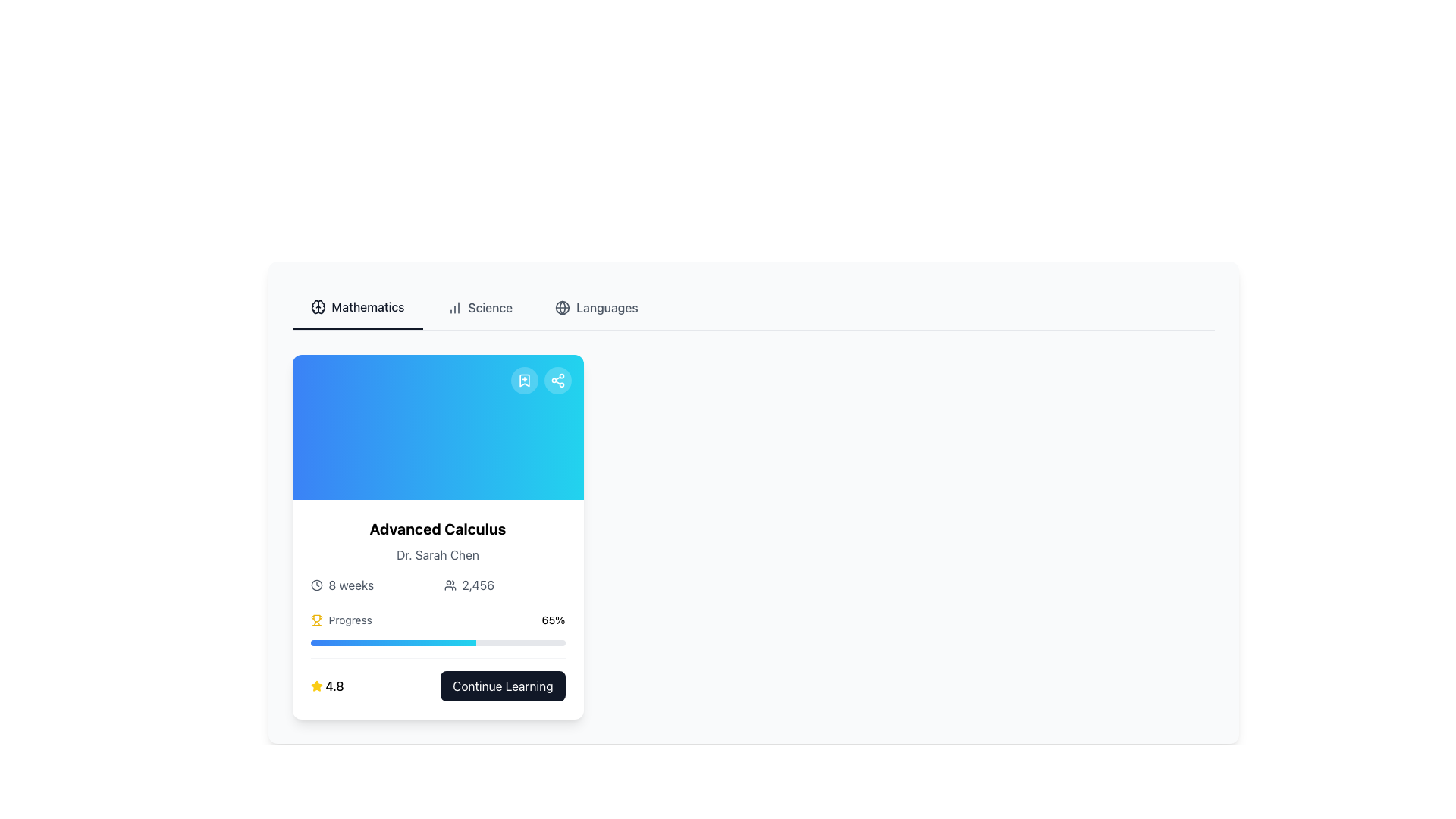 Image resolution: width=1456 pixels, height=819 pixels. I want to click on the educational course overview card element located at the first position in the grid, so click(437, 536).